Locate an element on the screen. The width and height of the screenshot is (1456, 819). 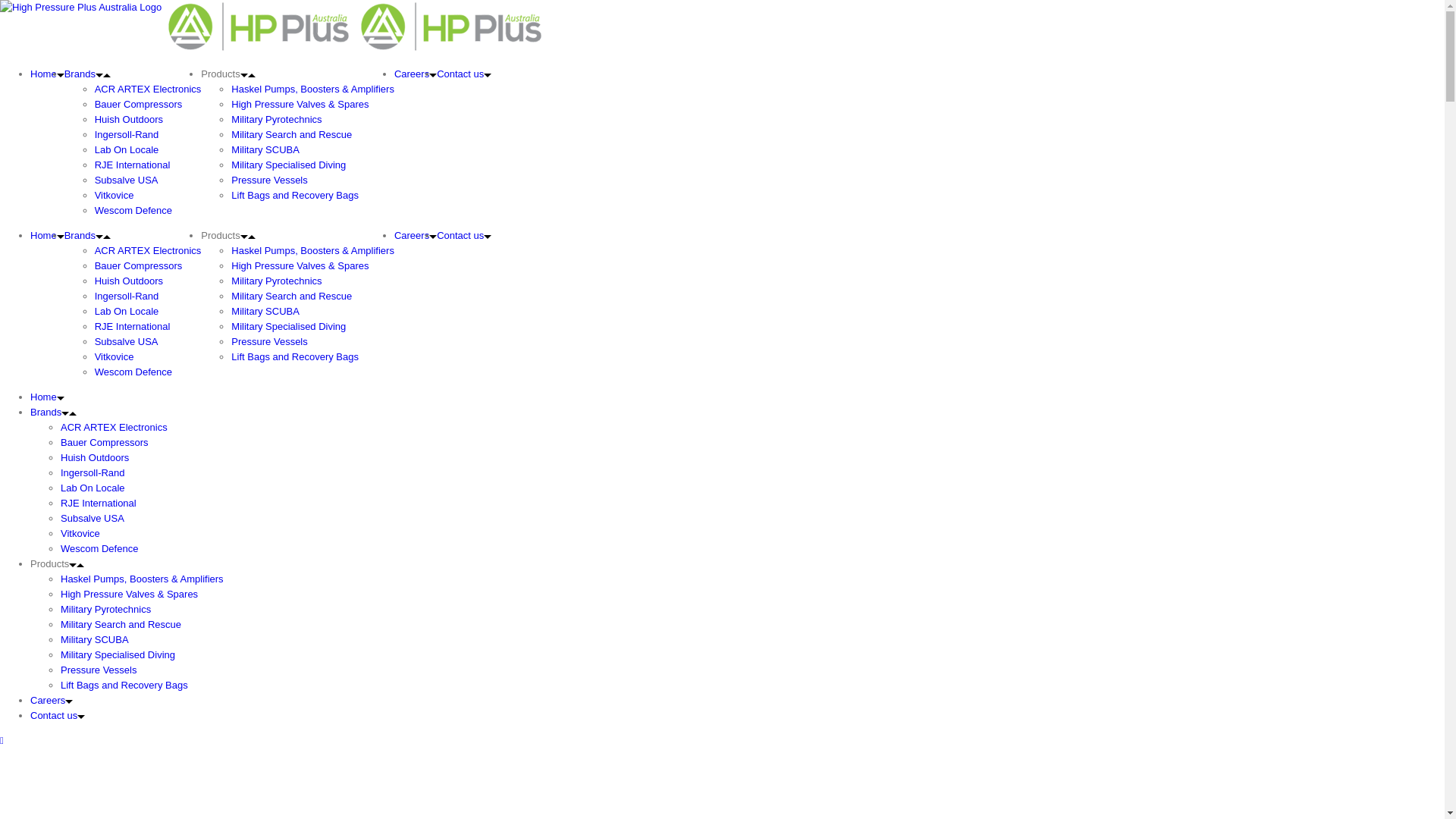
'Brands' is located at coordinates (30, 412).